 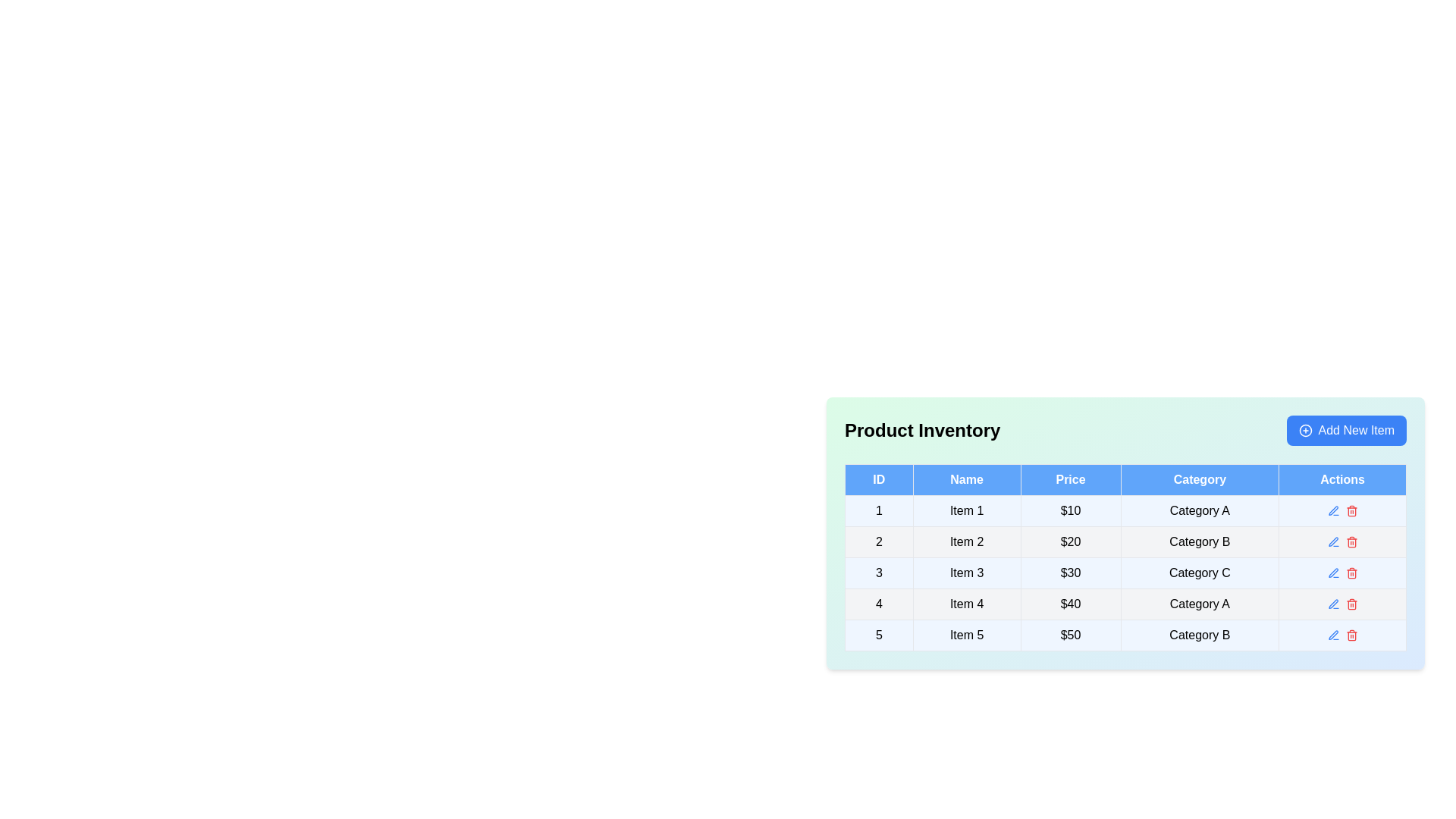 I want to click on text 'Category B' from the fourth cell in the second row of the data table under the 'Category' header, so click(x=1199, y=541).